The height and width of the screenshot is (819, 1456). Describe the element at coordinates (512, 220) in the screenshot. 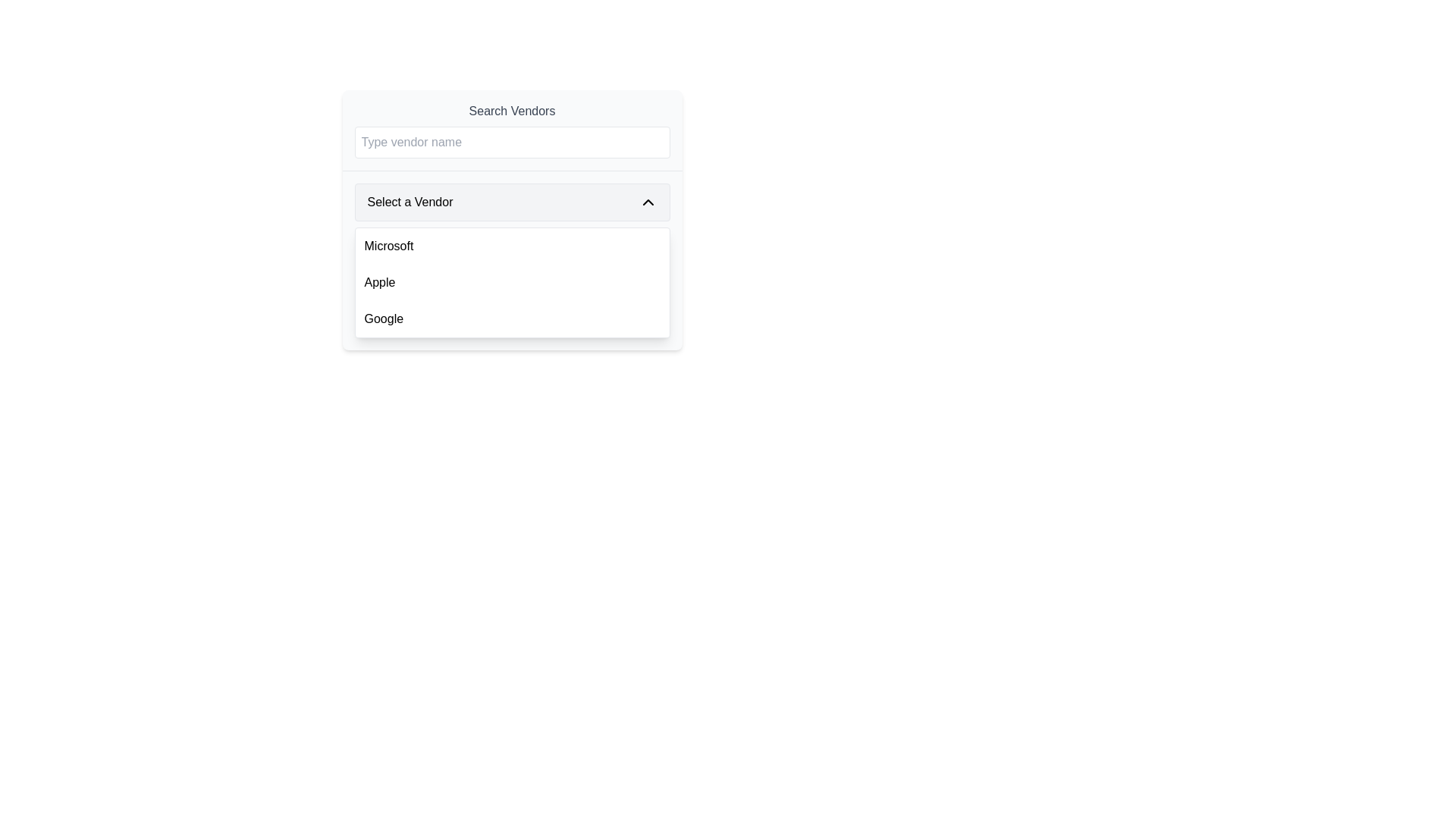

I see `the dropdown menu located centrally below the 'Type vendor name' search input field` at that location.